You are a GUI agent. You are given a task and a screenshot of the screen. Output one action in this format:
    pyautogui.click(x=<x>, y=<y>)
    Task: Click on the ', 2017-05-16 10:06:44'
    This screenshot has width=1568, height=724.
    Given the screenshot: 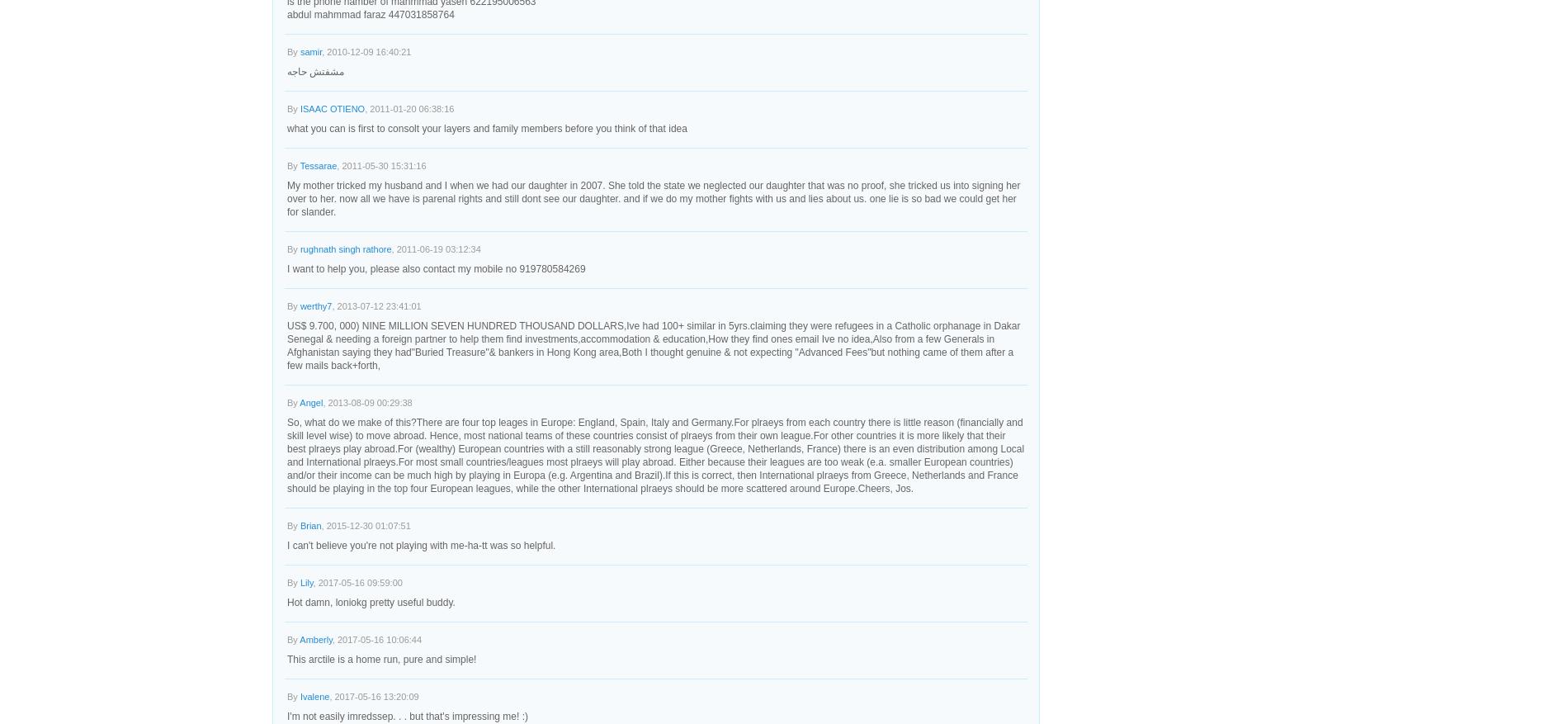 What is the action you would take?
    pyautogui.click(x=375, y=640)
    